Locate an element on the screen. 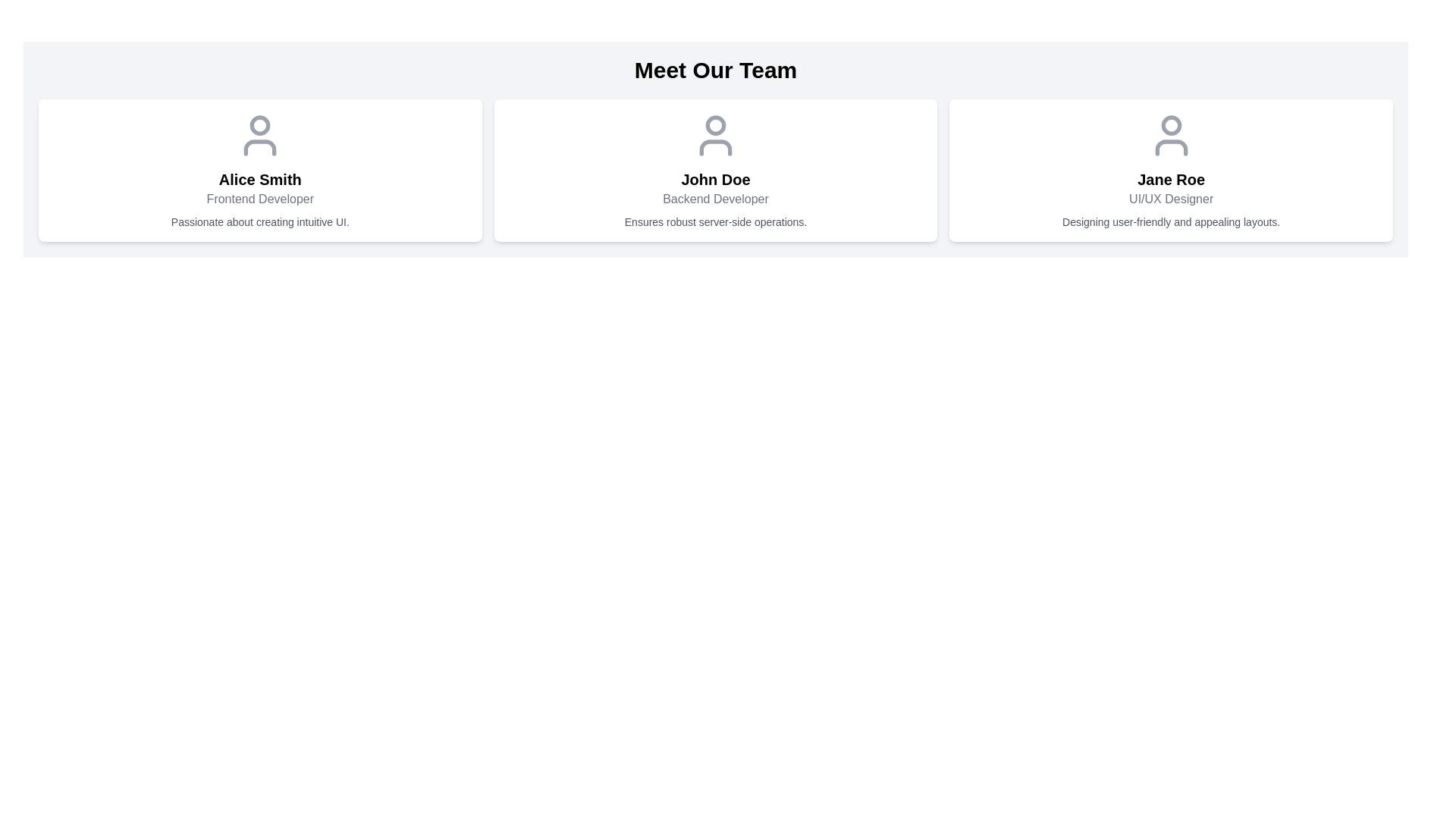 The width and height of the screenshot is (1456, 819). text label displaying the name 'Alice Smith' located under the avatar icon in the leftmost card of the 'Meet Our Team' section is located at coordinates (260, 178).